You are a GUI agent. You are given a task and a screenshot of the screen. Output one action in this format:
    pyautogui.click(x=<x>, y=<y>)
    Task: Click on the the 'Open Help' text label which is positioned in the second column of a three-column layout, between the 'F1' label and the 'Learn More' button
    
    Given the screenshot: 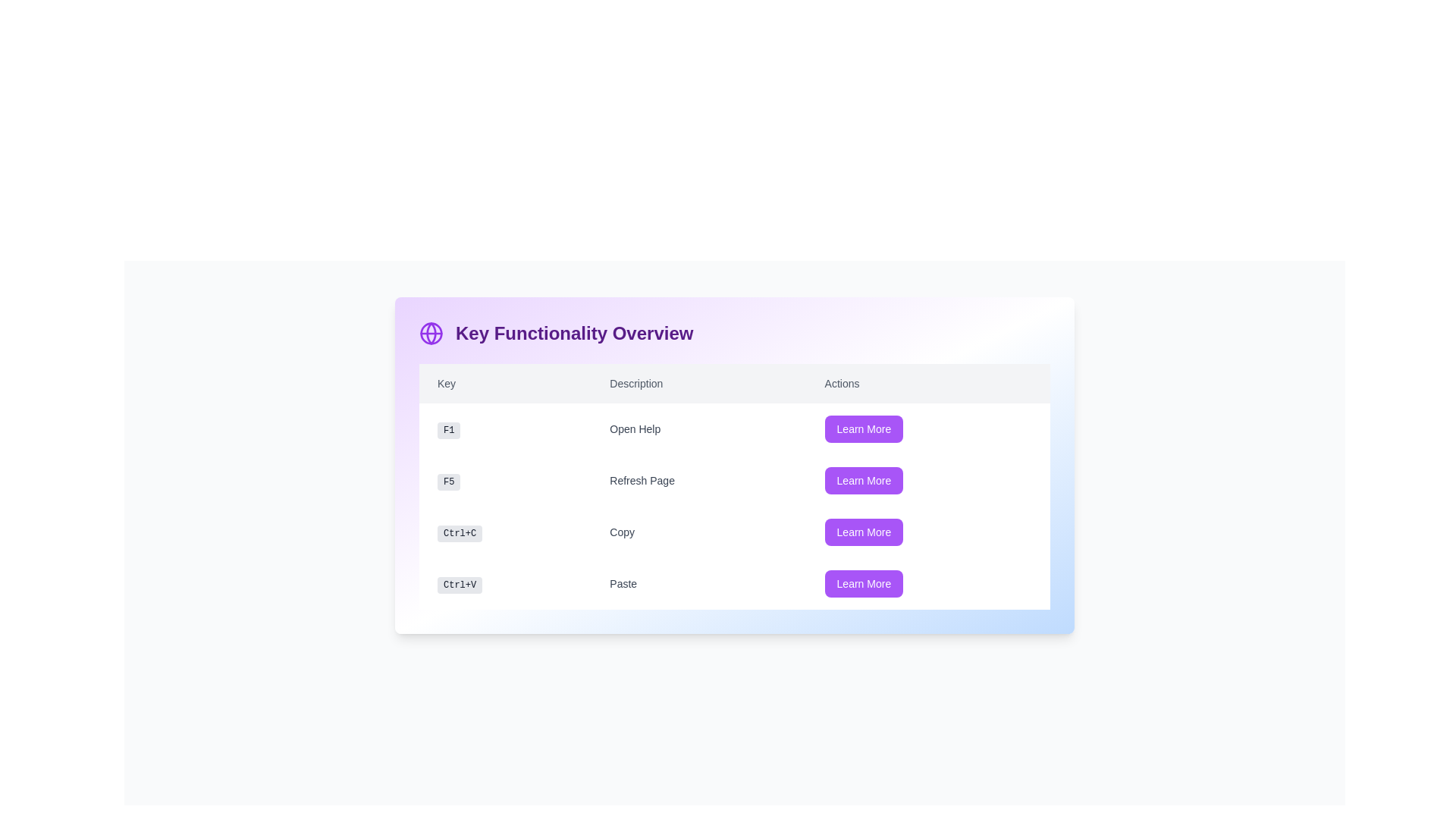 What is the action you would take?
    pyautogui.click(x=698, y=429)
    